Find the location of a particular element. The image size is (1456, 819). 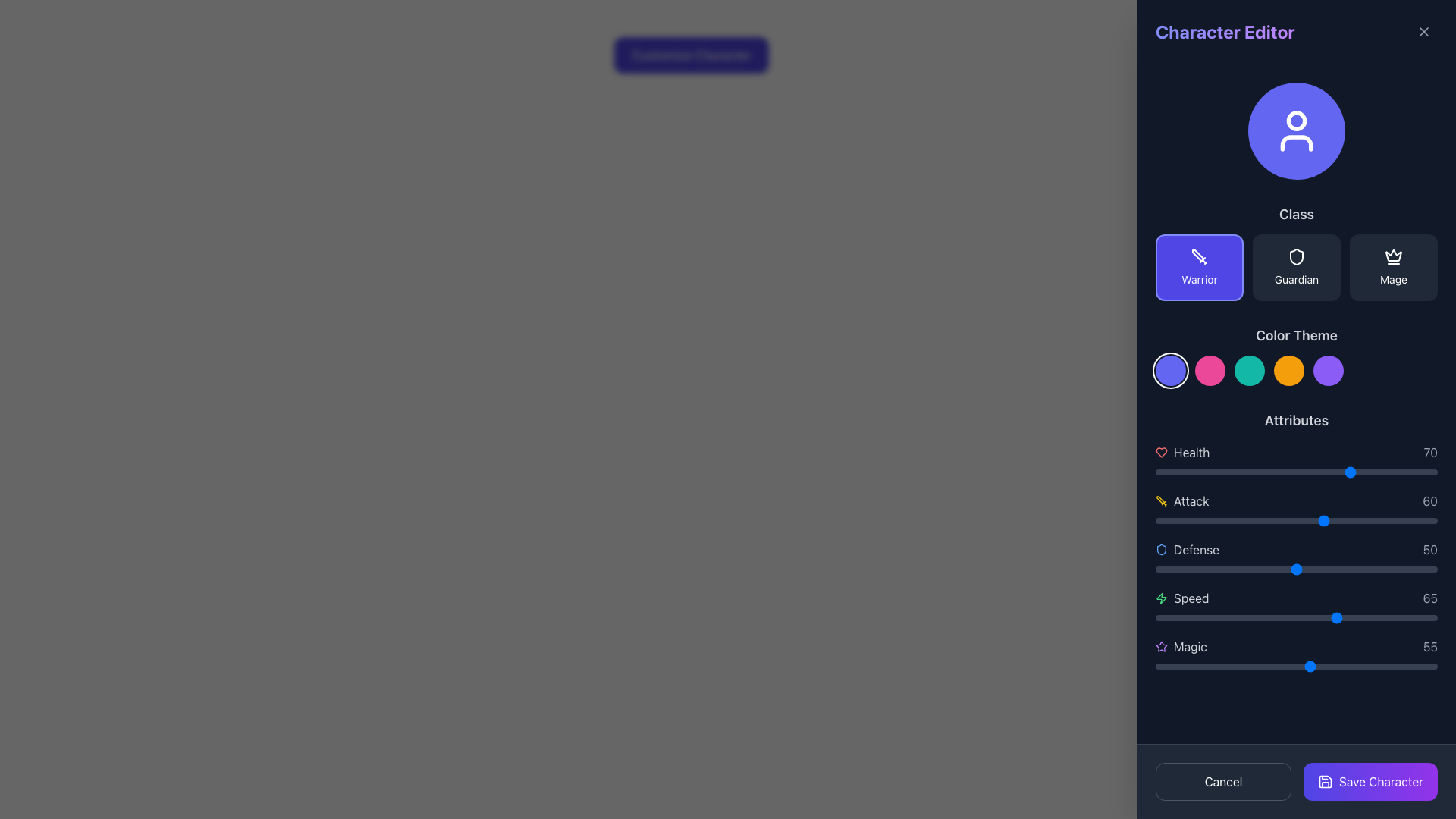

health level is located at coordinates (1157, 472).